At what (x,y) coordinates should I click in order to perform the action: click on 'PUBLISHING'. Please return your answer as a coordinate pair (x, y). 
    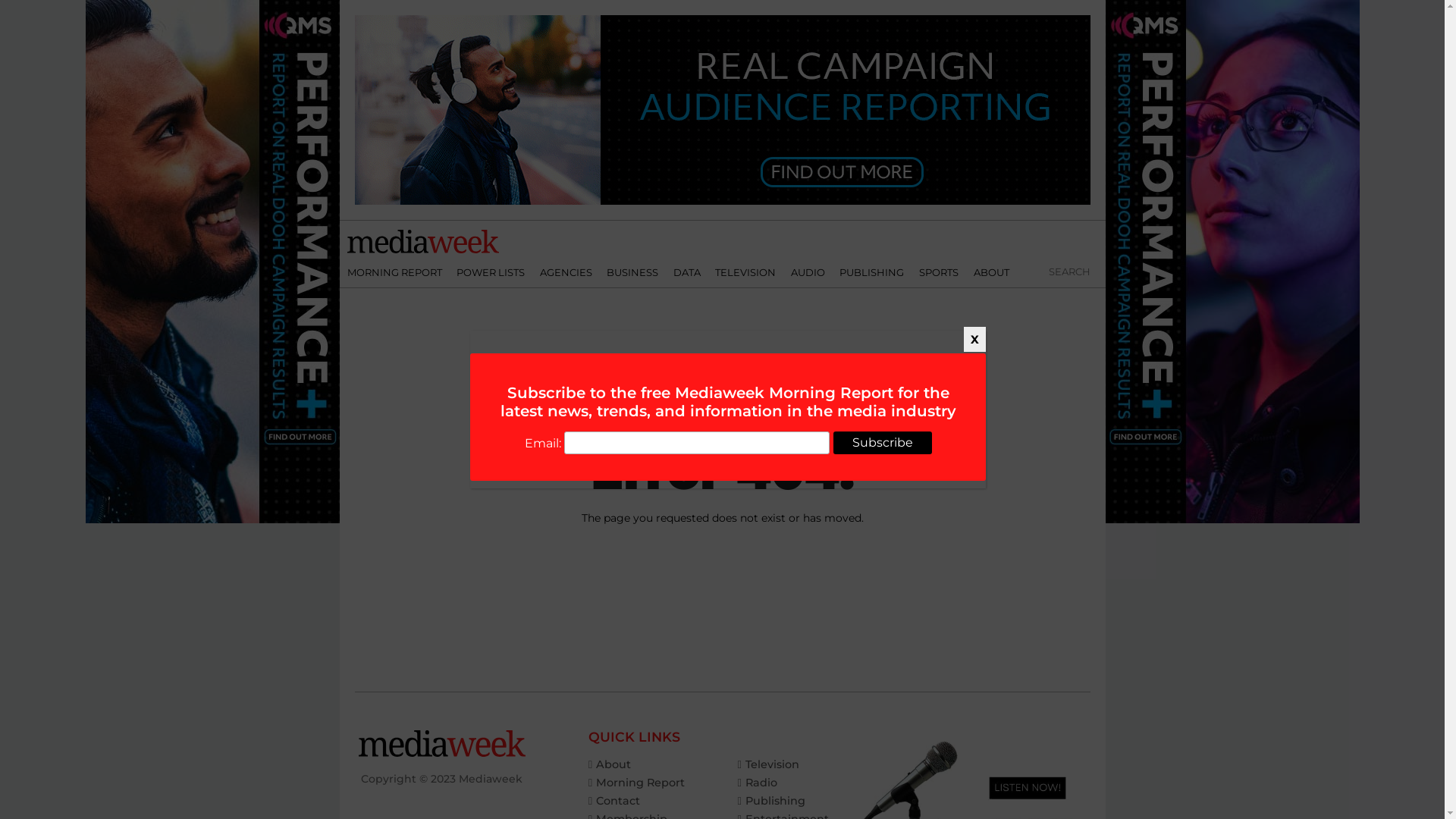
    Looking at the image, I should click on (872, 271).